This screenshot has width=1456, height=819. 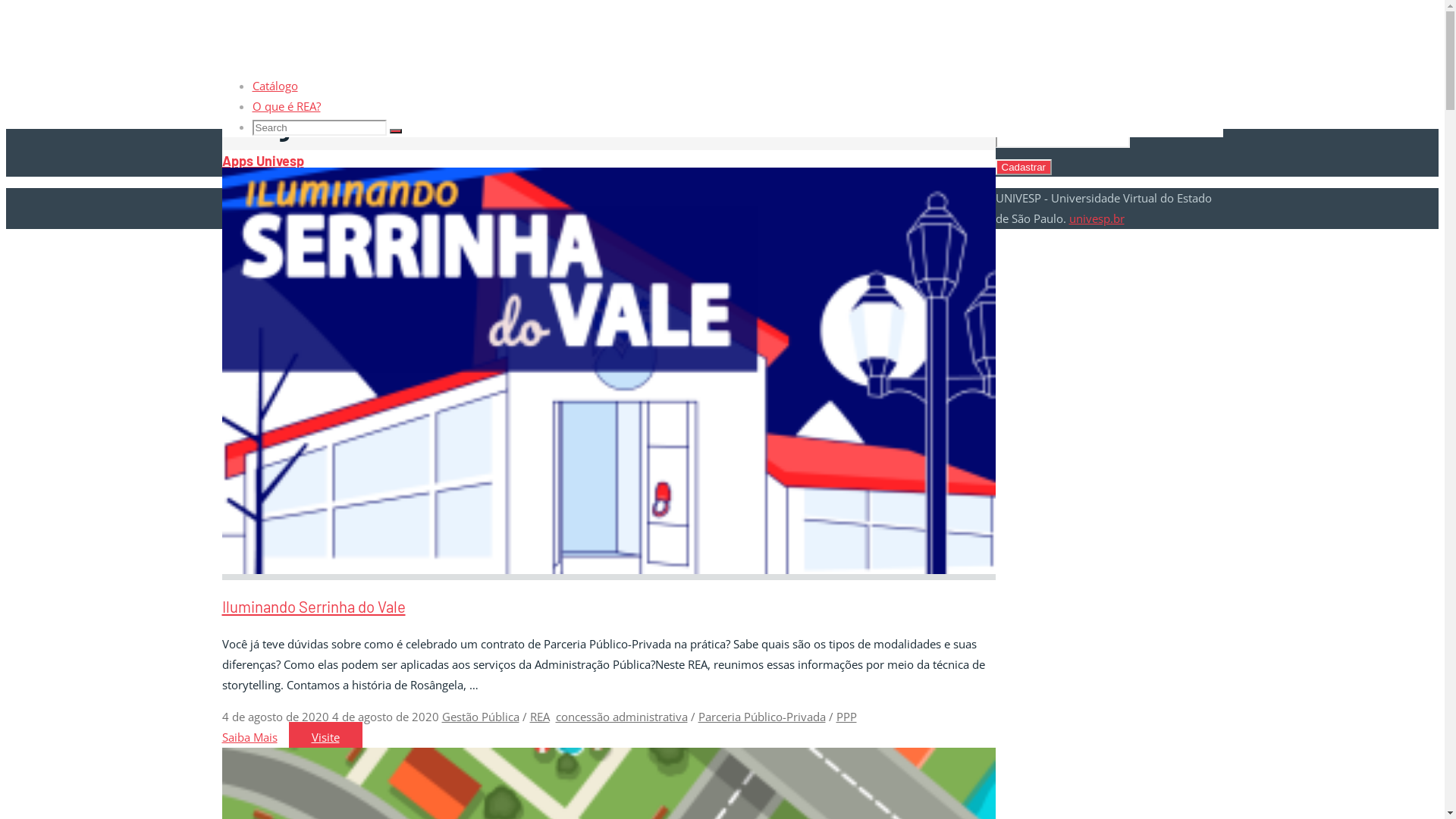 I want to click on 'Iluminando Serrinha do Vale', so click(x=312, y=605).